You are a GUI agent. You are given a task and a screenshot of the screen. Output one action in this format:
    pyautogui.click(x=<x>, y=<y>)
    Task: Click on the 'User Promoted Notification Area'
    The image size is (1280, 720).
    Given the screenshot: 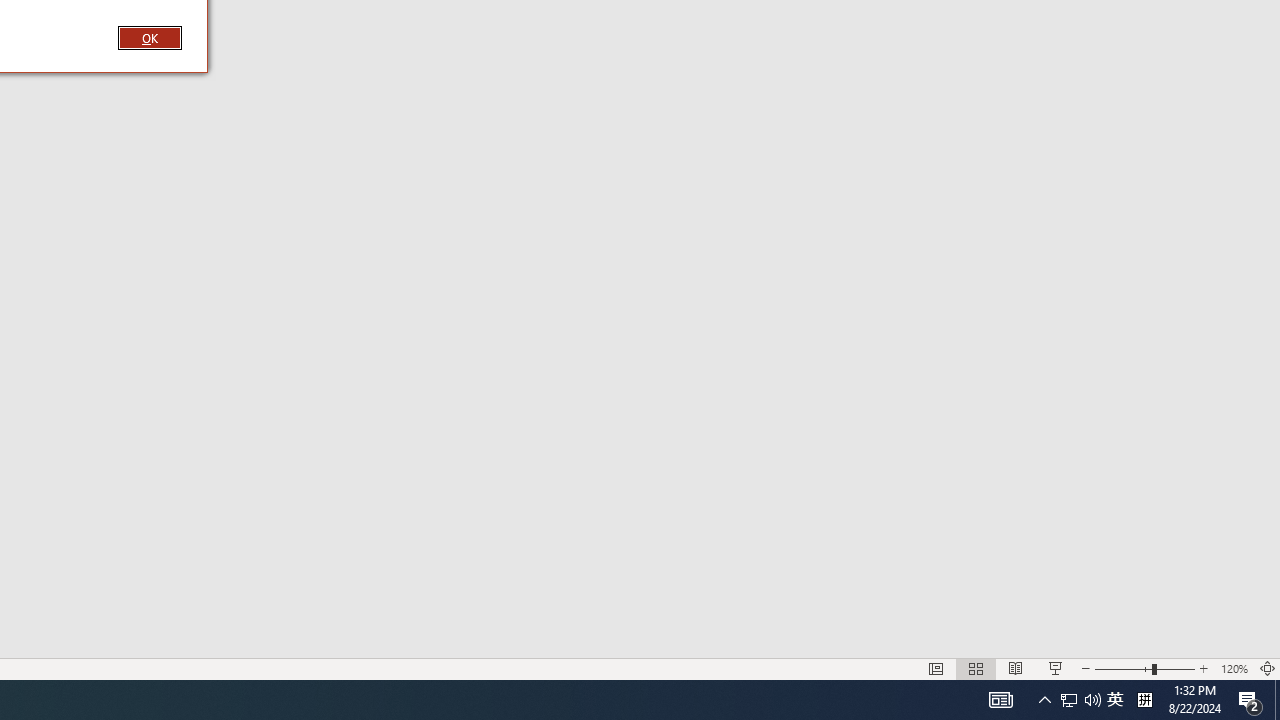 What is the action you would take?
    pyautogui.click(x=1114, y=698)
    